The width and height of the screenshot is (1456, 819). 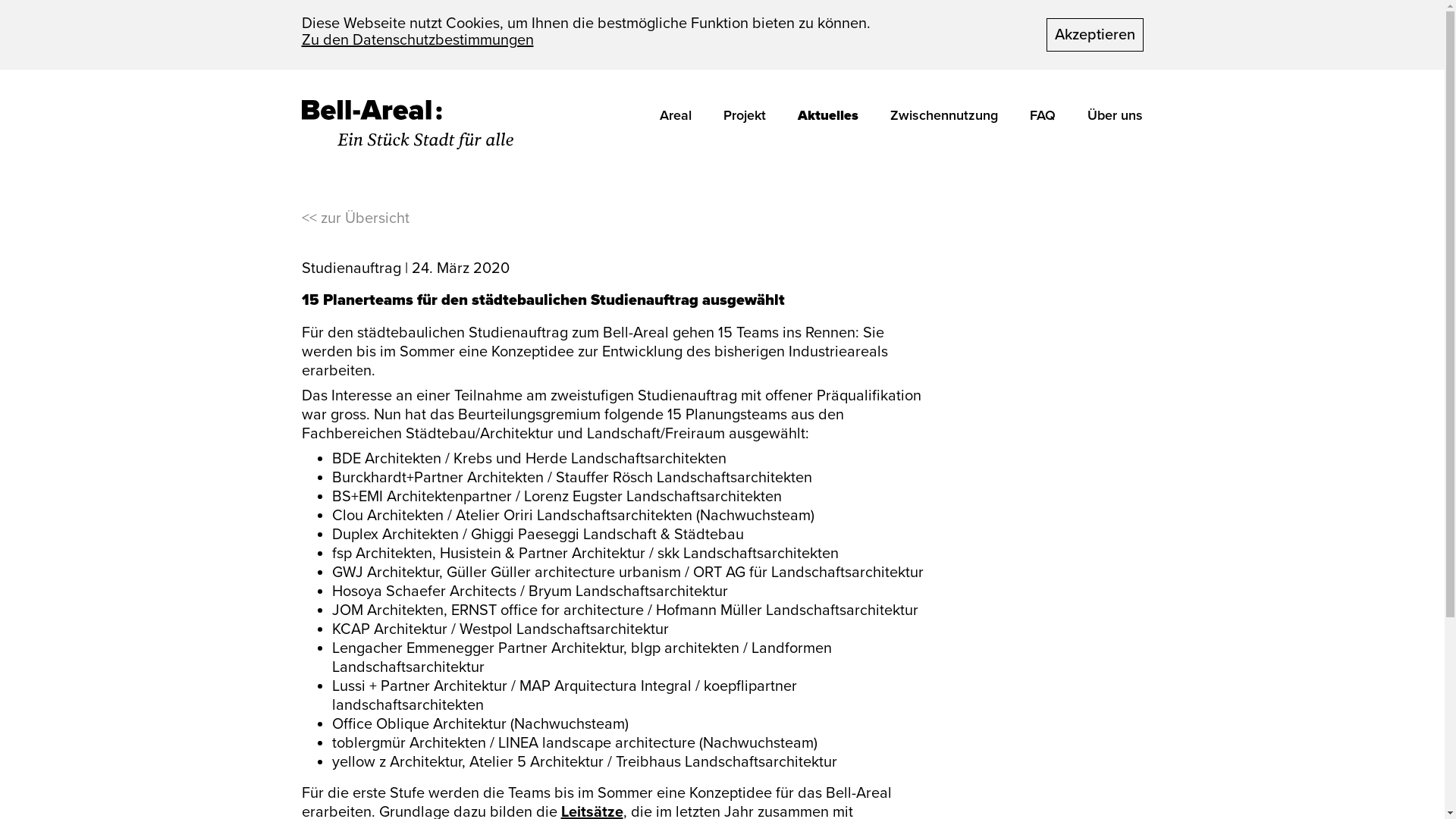 I want to click on 'Home', so click(x=407, y=124).